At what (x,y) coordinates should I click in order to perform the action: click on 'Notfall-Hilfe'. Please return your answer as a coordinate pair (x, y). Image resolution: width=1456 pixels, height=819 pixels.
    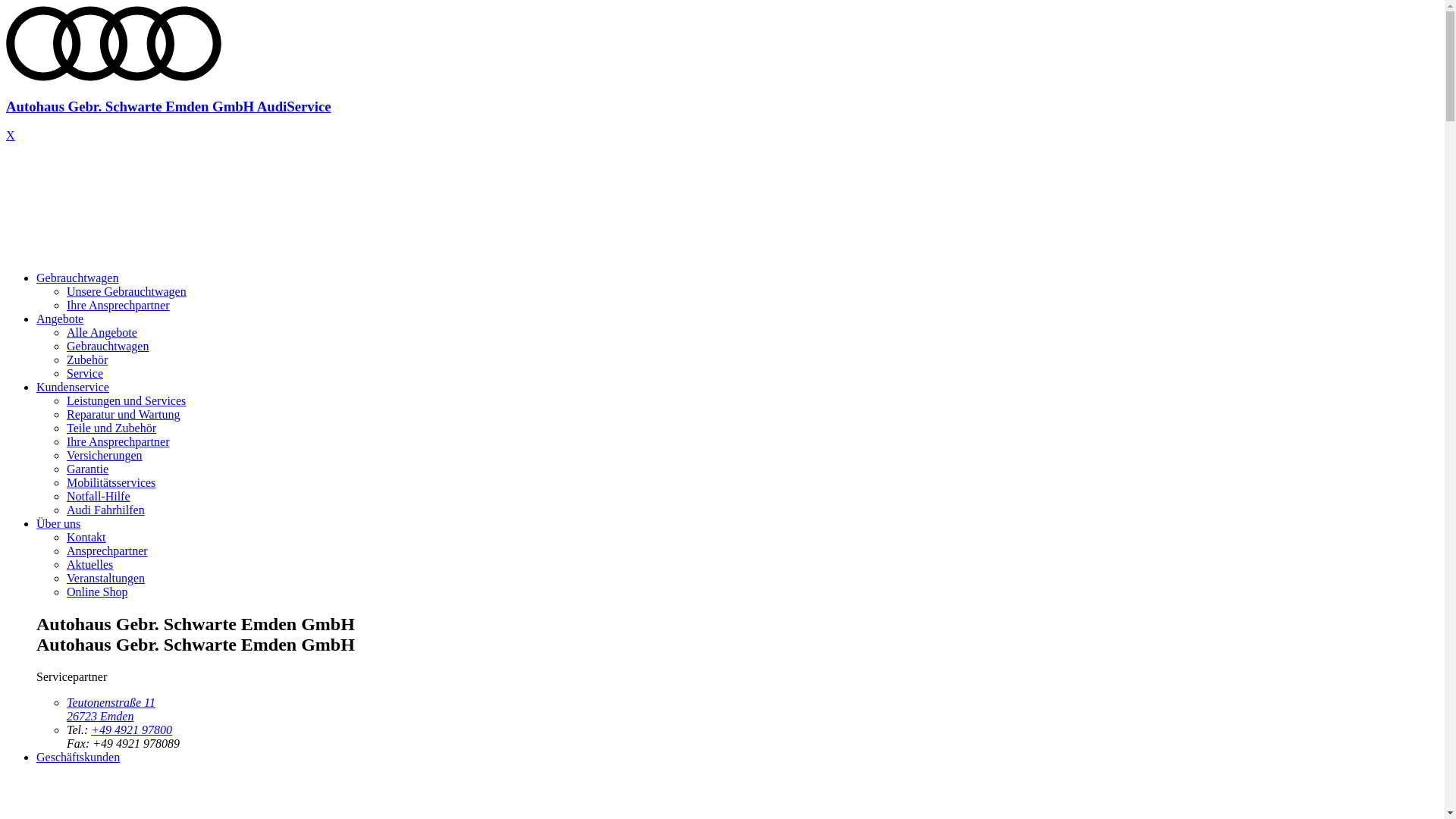
    Looking at the image, I should click on (97, 496).